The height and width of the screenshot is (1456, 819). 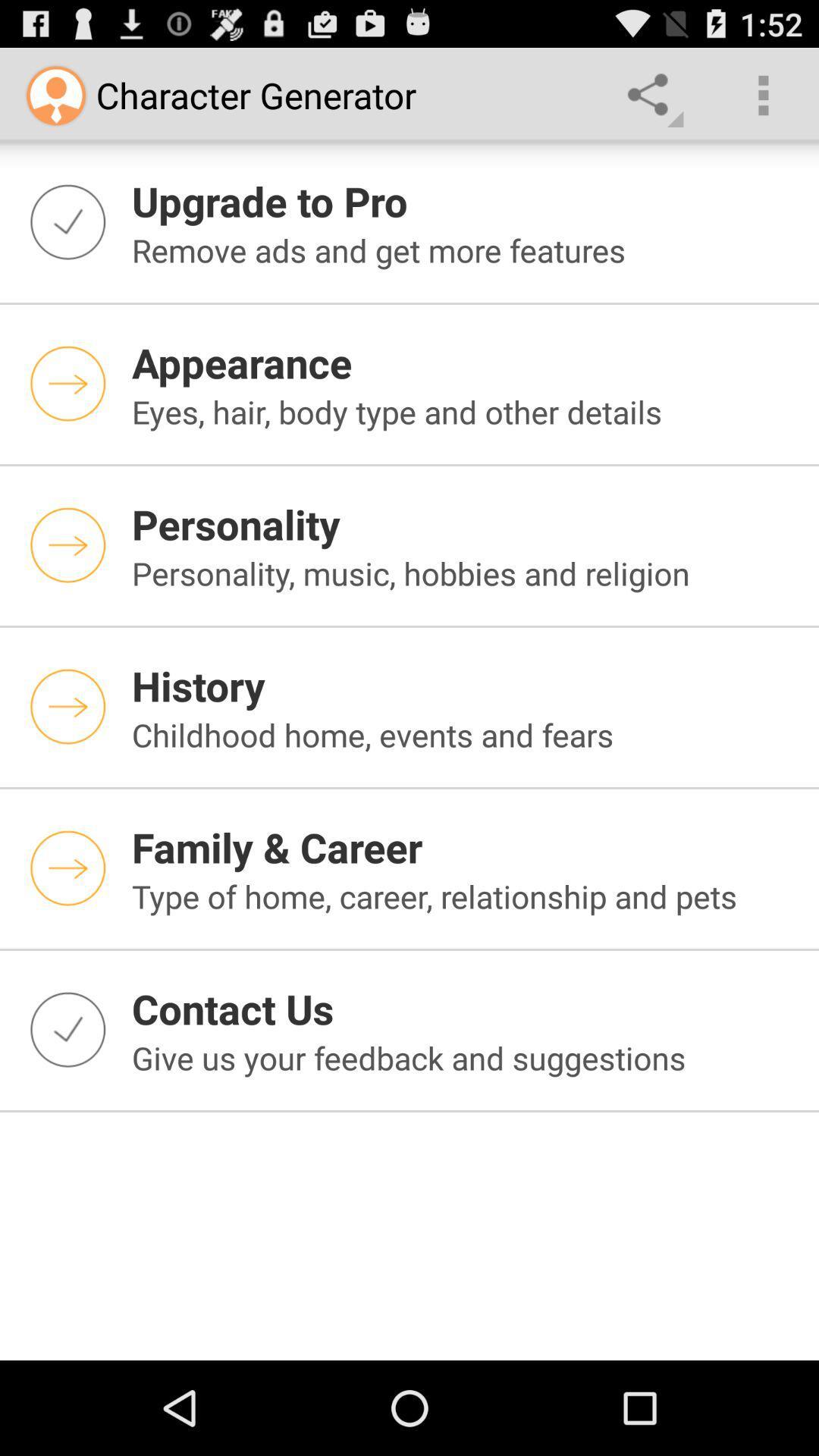 What do you see at coordinates (465, 250) in the screenshot?
I see `the remove ads and item` at bounding box center [465, 250].